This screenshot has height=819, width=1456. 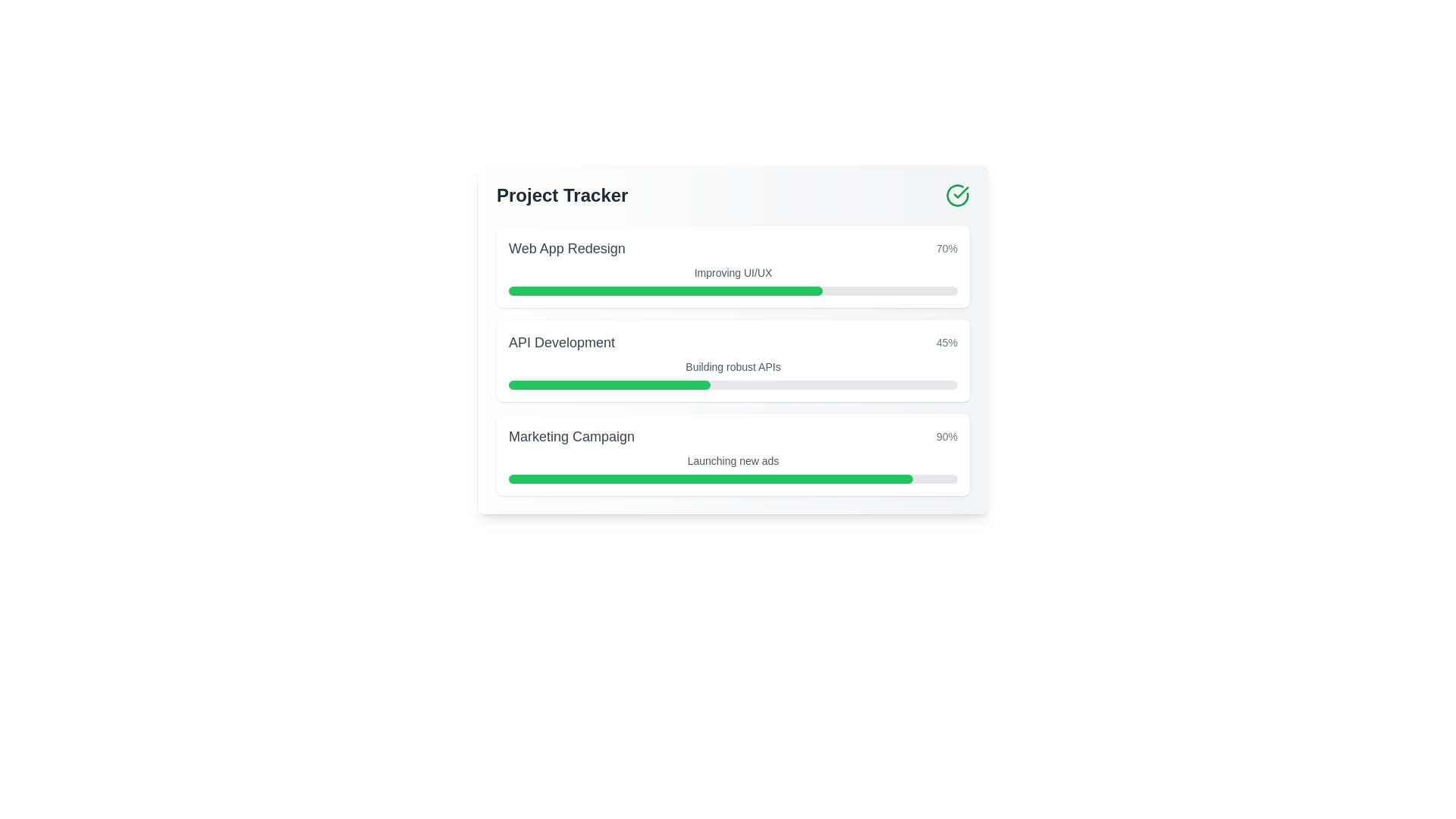 What do you see at coordinates (946, 436) in the screenshot?
I see `content displayed in the small text component showing '90%' in light gray, located at the right edge of the 'Marketing Campaign' section` at bounding box center [946, 436].